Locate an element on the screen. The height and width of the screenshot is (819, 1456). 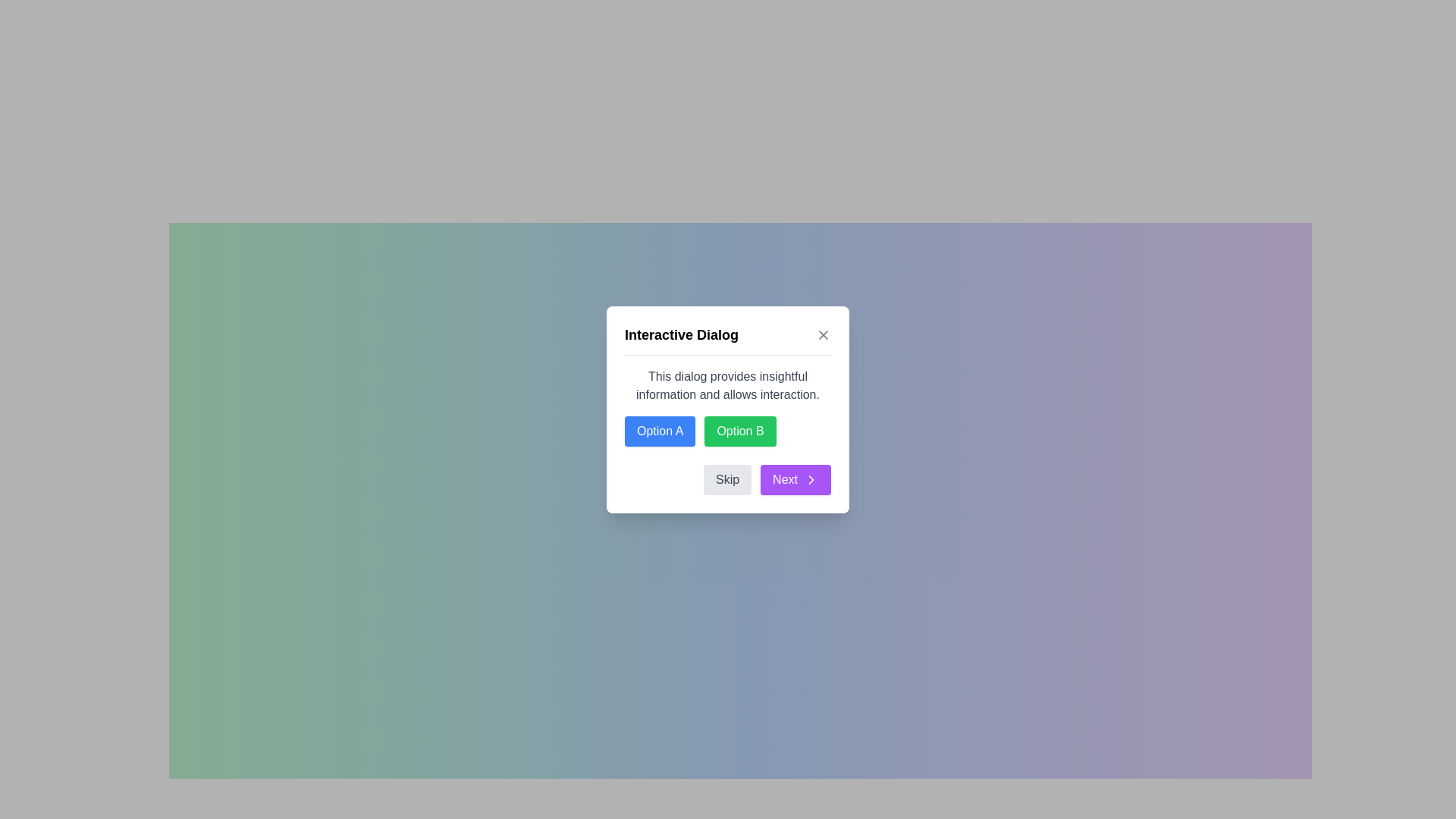
the 'Option B' button located within the interactive dialog box under the header 'Interactive Dialog', which is positioned above the 'Skip' and 'Next' buttons is located at coordinates (728, 406).